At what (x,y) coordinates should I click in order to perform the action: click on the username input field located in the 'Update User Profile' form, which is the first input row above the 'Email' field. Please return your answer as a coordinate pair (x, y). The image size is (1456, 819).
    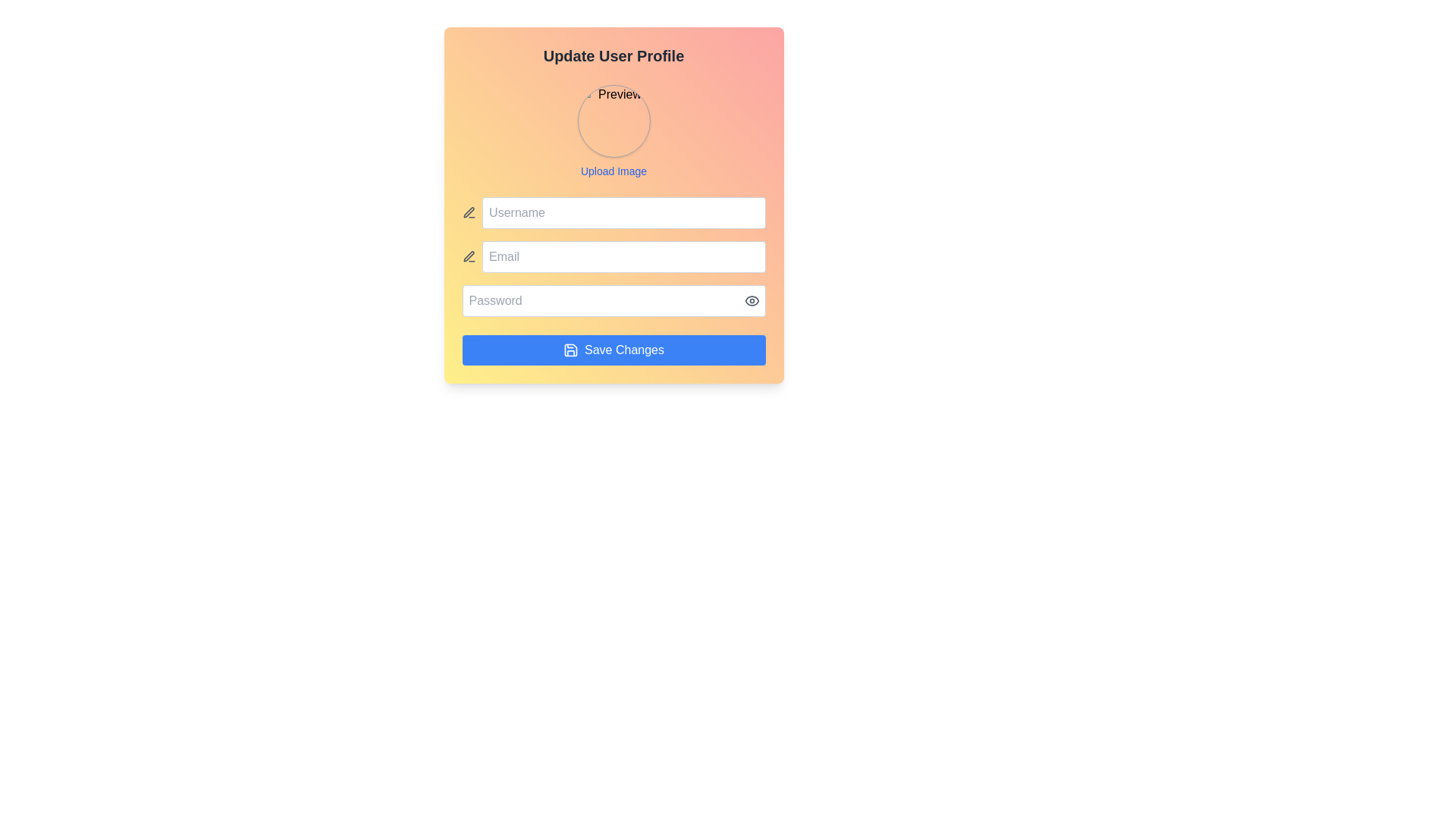
    Looking at the image, I should click on (613, 213).